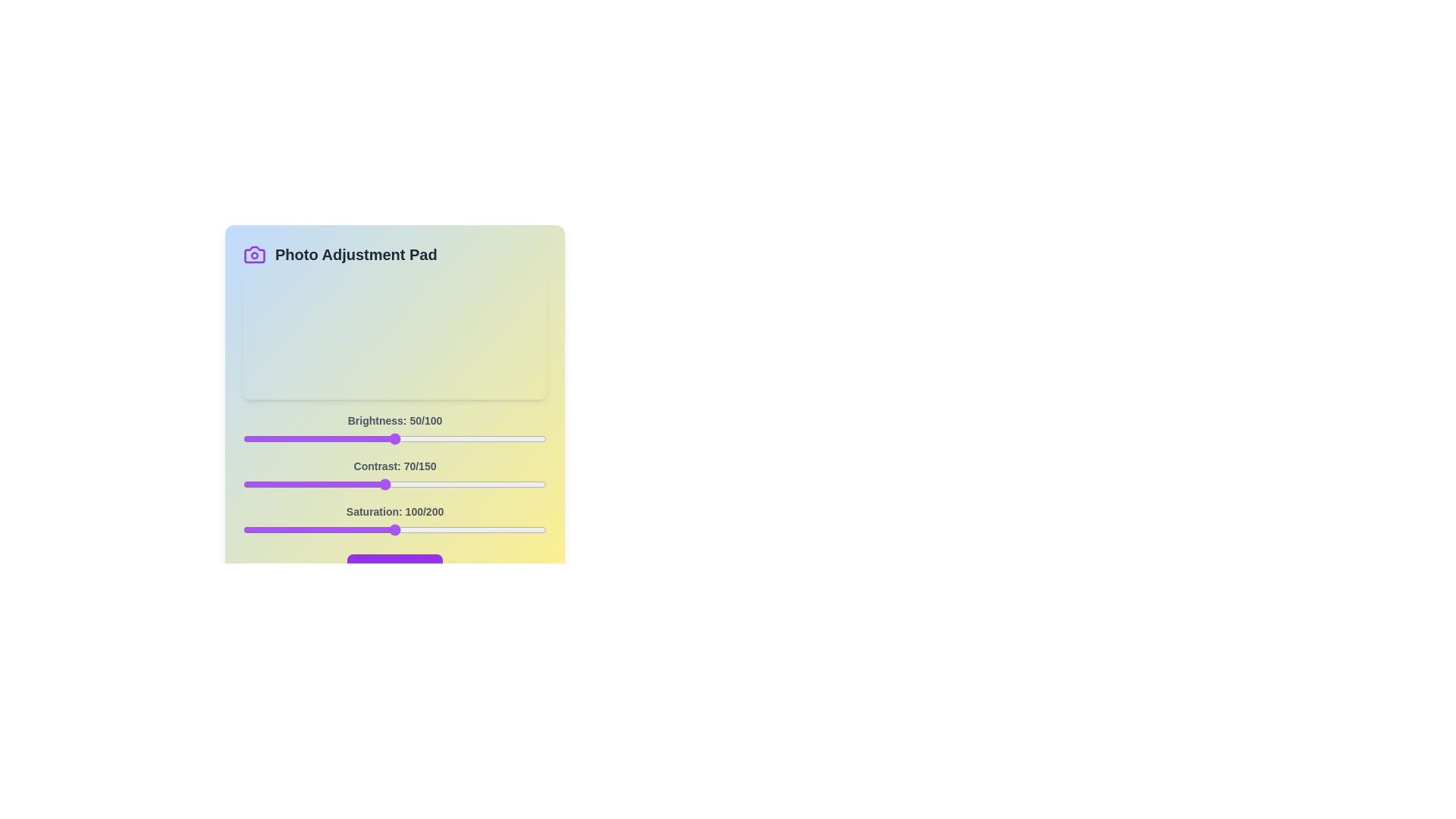  Describe the element at coordinates (246, 438) in the screenshot. I see `the 0 slider to 1` at that location.